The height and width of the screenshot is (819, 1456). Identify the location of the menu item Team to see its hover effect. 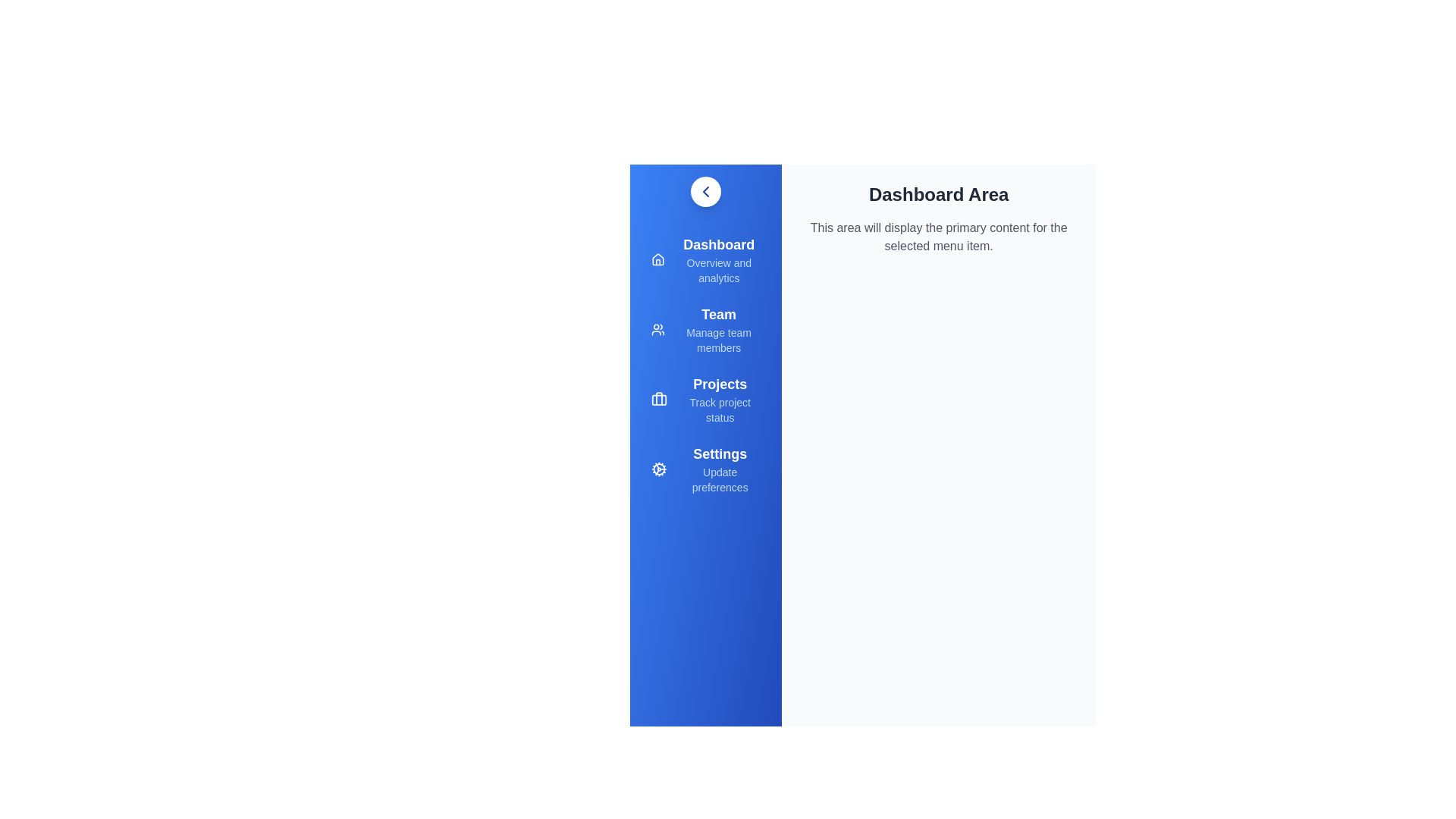
(705, 329).